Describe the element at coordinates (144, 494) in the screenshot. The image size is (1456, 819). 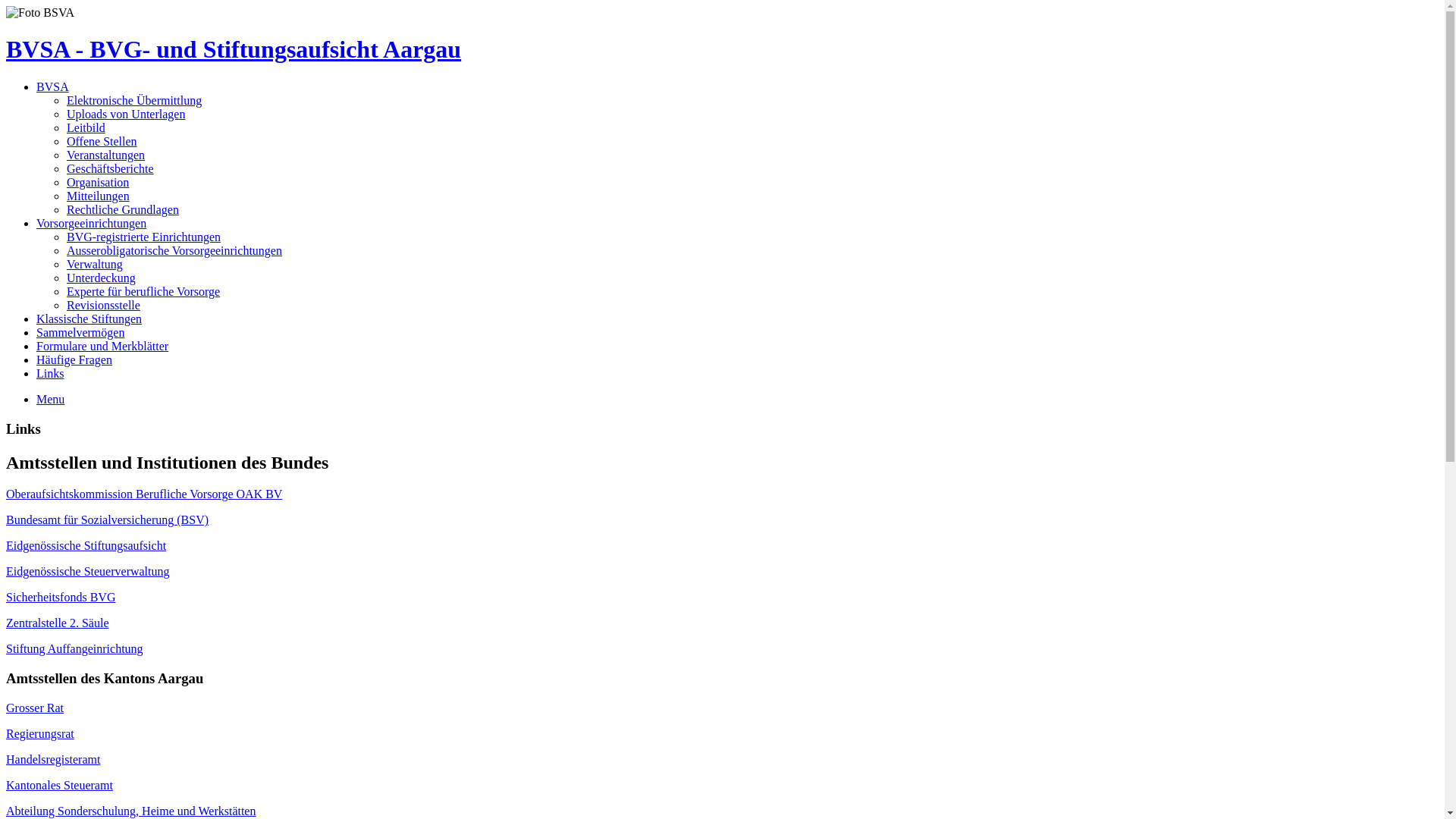
I see `'Oberaufsichtskommission Berufliche Vorsorge OAK BV'` at that location.